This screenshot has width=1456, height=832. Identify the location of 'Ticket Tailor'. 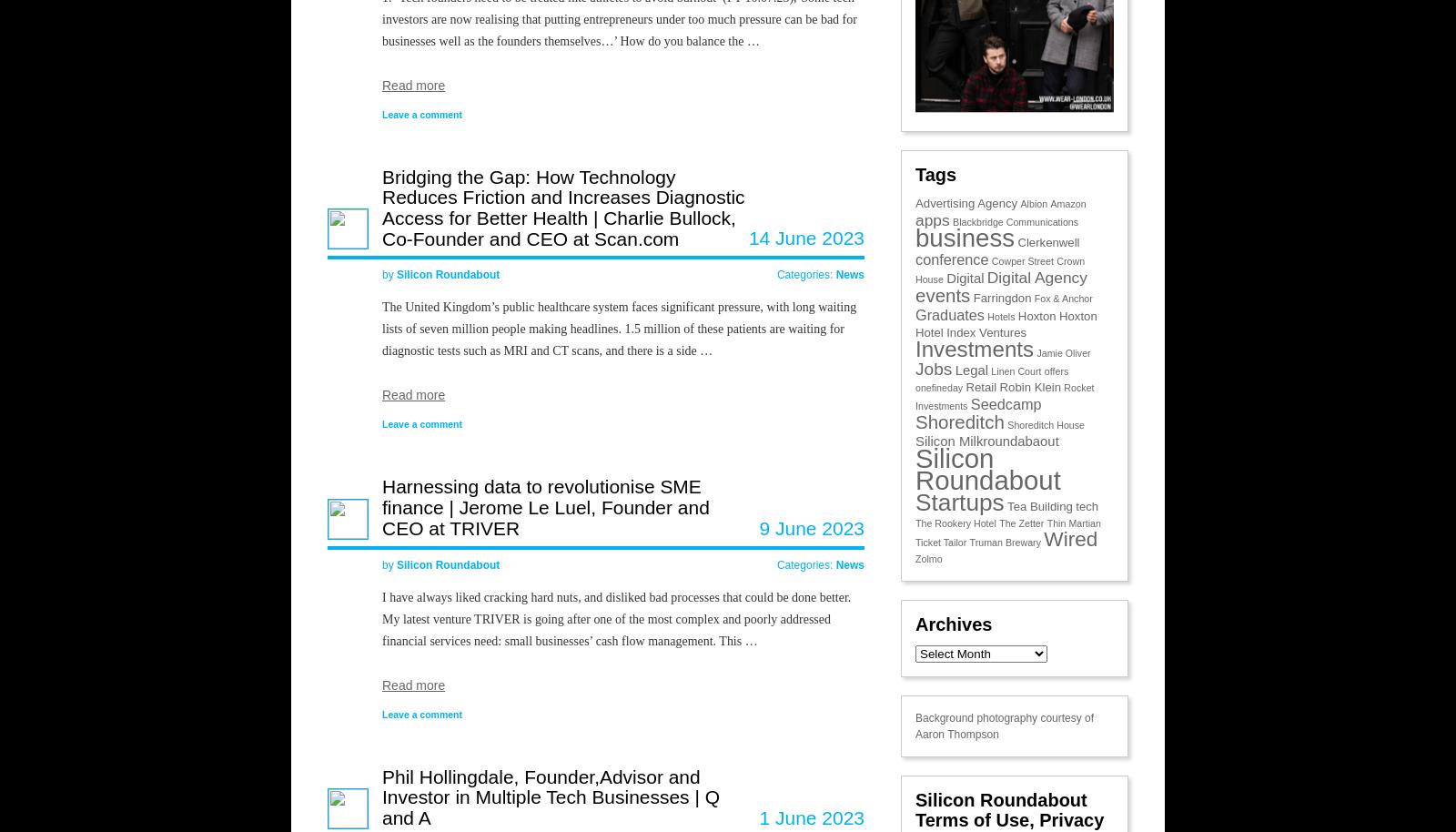
(940, 541).